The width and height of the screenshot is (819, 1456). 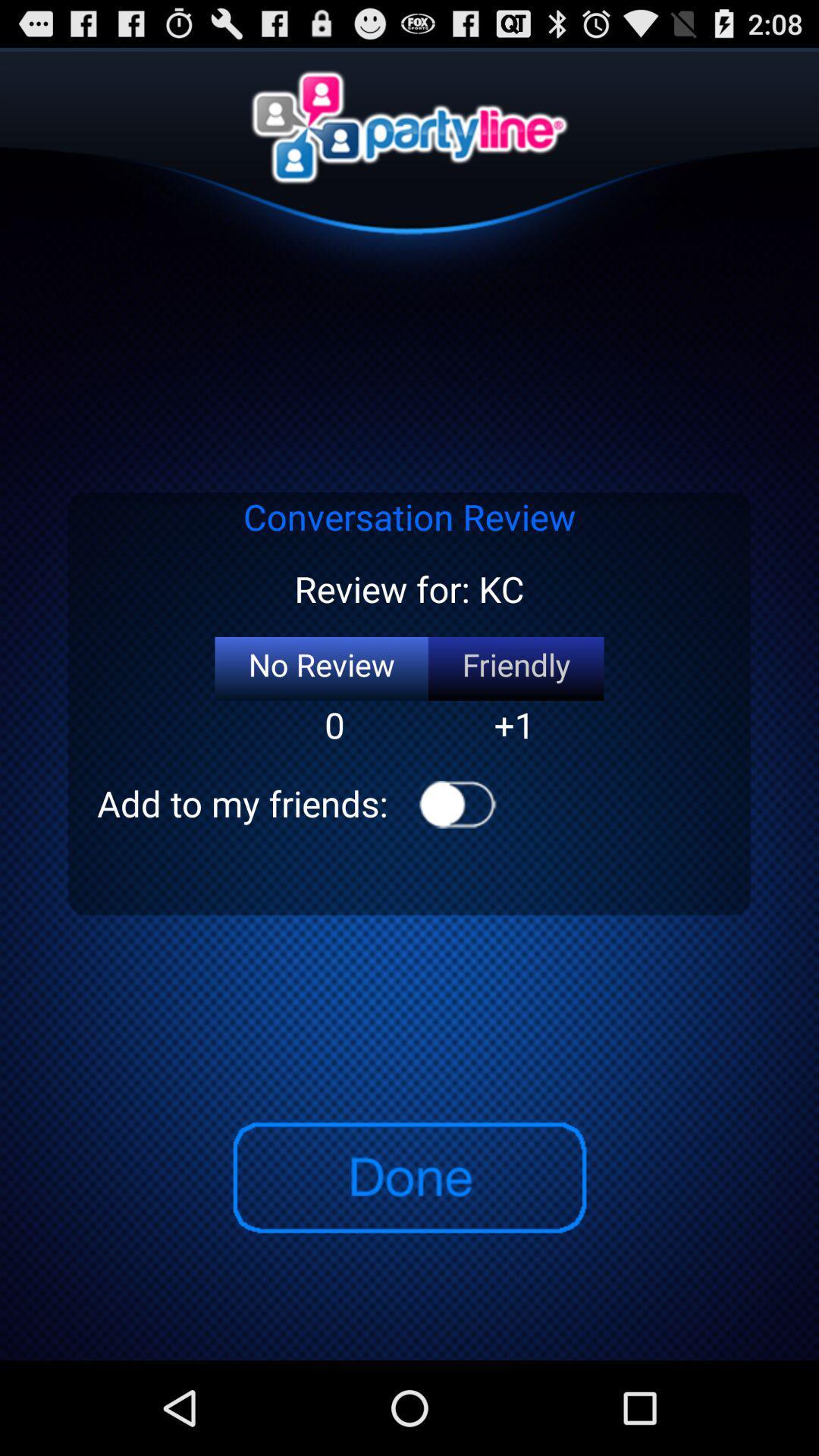 What do you see at coordinates (408, 1177) in the screenshot?
I see `item at the bottom` at bounding box center [408, 1177].